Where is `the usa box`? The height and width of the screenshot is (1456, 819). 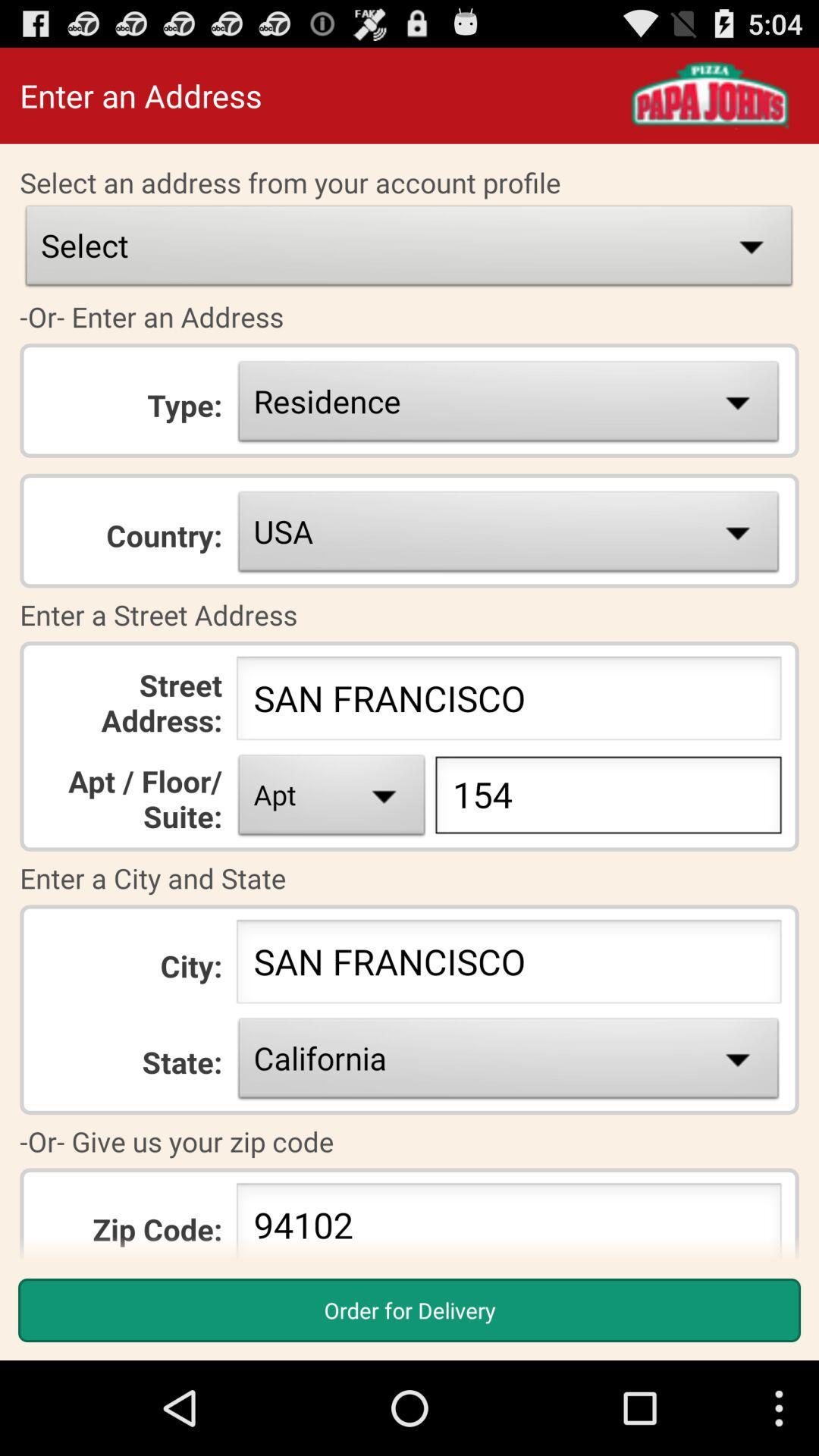 the usa box is located at coordinates (509, 535).